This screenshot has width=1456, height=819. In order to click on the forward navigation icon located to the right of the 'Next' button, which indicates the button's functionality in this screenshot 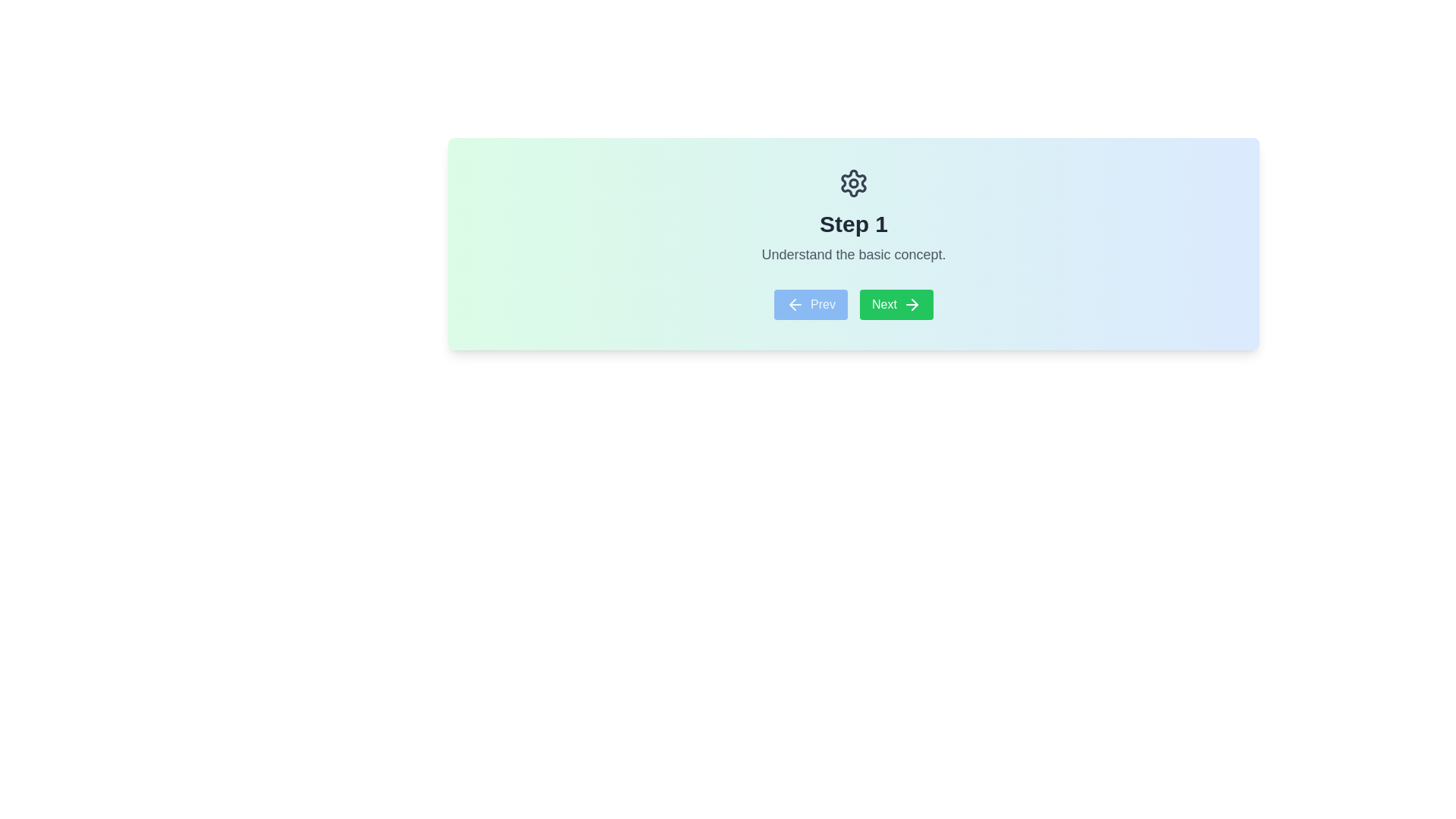, I will do `click(914, 304)`.